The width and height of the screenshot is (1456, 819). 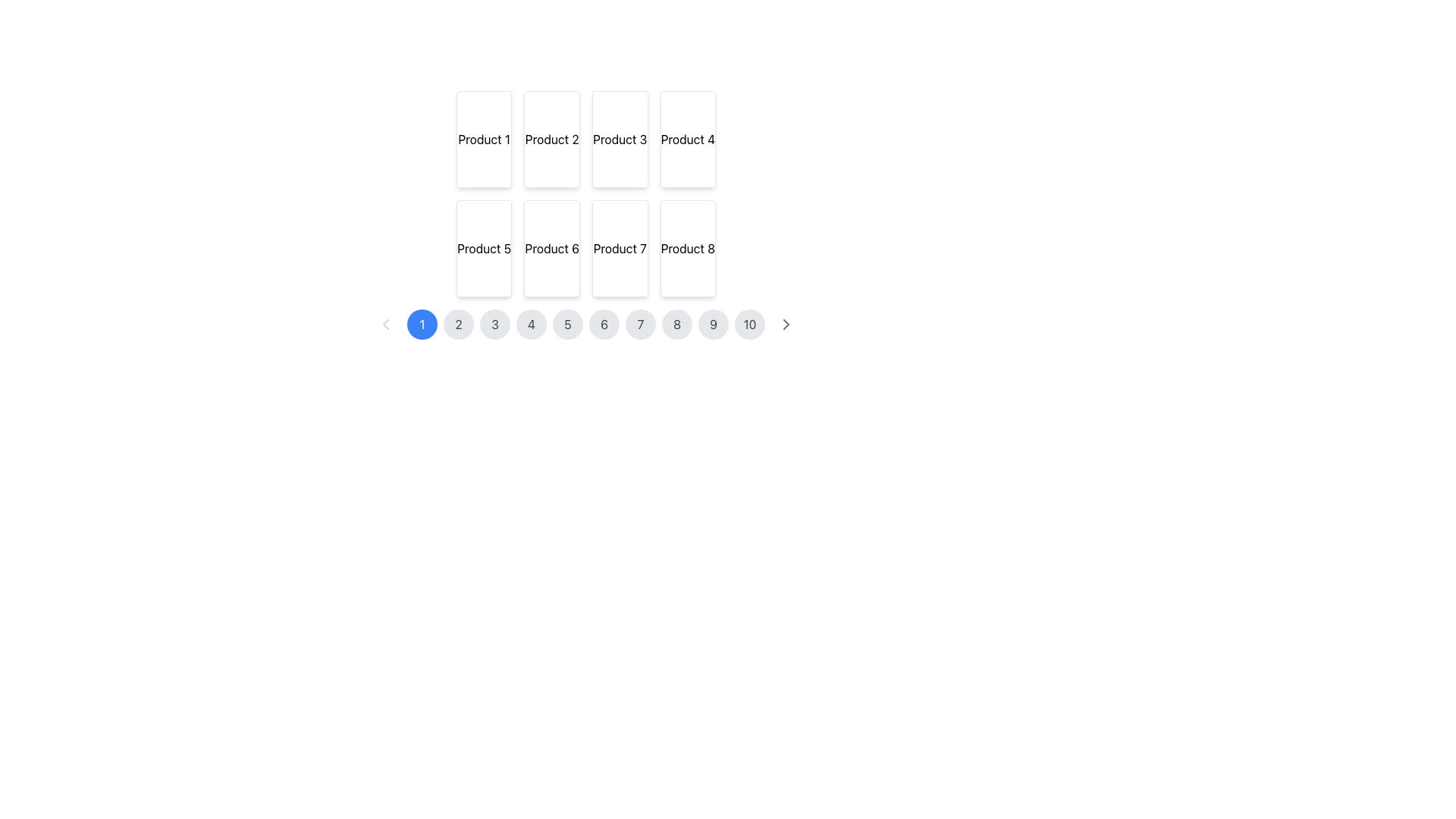 I want to click on the circular button with gray background and text '9' to switch to the corresponding page in the pagination control, so click(x=712, y=324).